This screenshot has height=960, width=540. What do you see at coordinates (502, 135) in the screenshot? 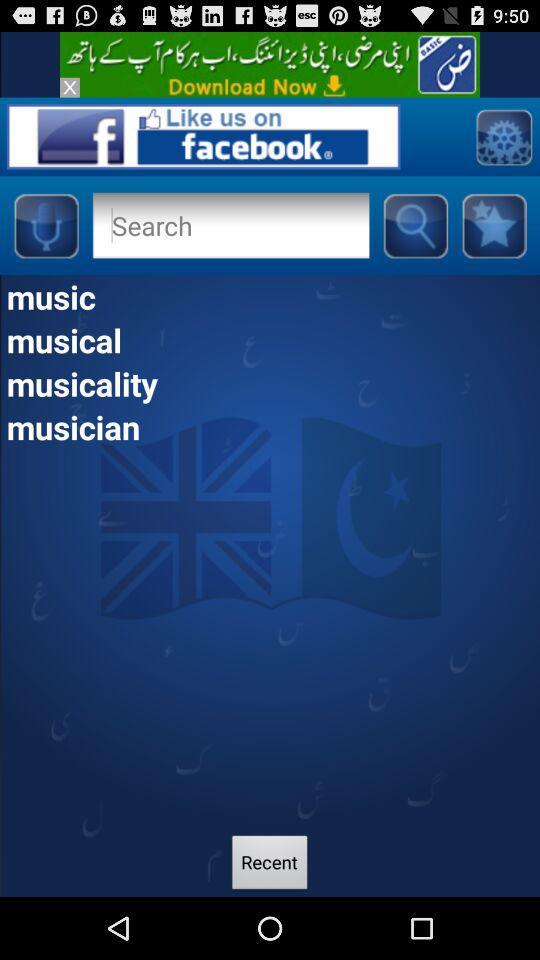
I see `the settings button on the web page` at bounding box center [502, 135].